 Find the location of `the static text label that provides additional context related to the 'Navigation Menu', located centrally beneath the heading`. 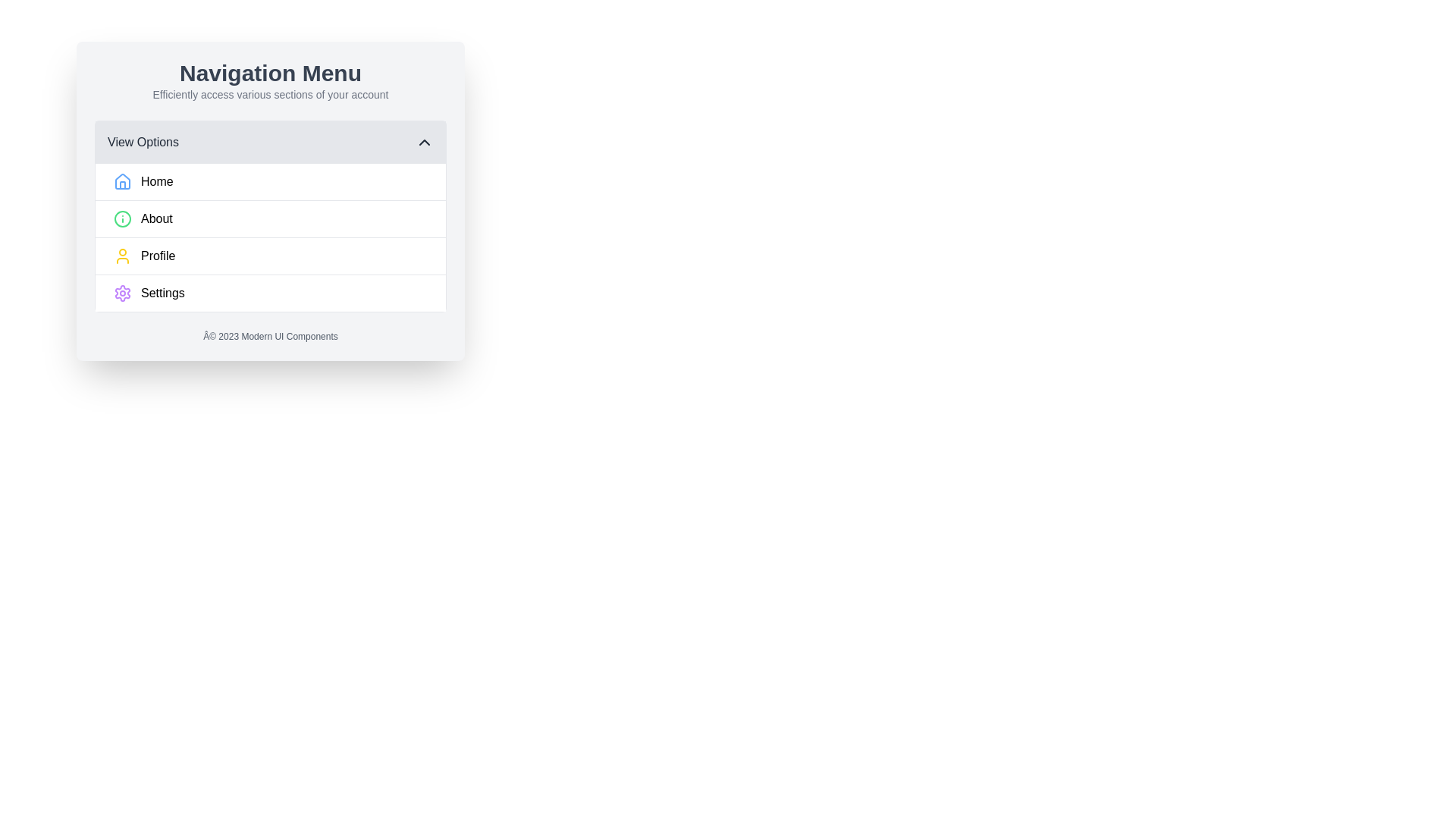

the static text label that provides additional context related to the 'Navigation Menu', located centrally beneath the heading is located at coordinates (270, 94).